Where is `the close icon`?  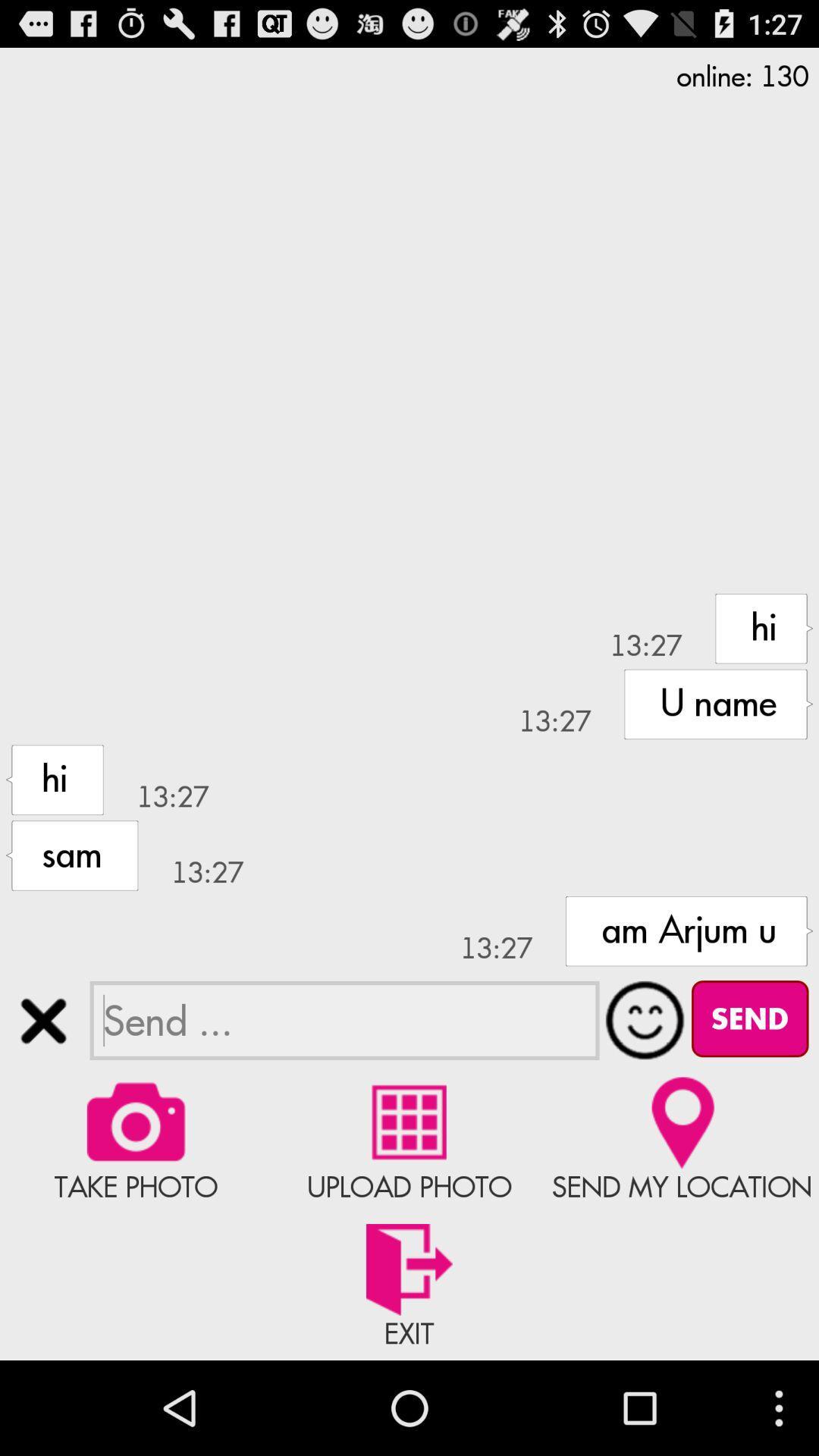
the close icon is located at coordinates (42, 1092).